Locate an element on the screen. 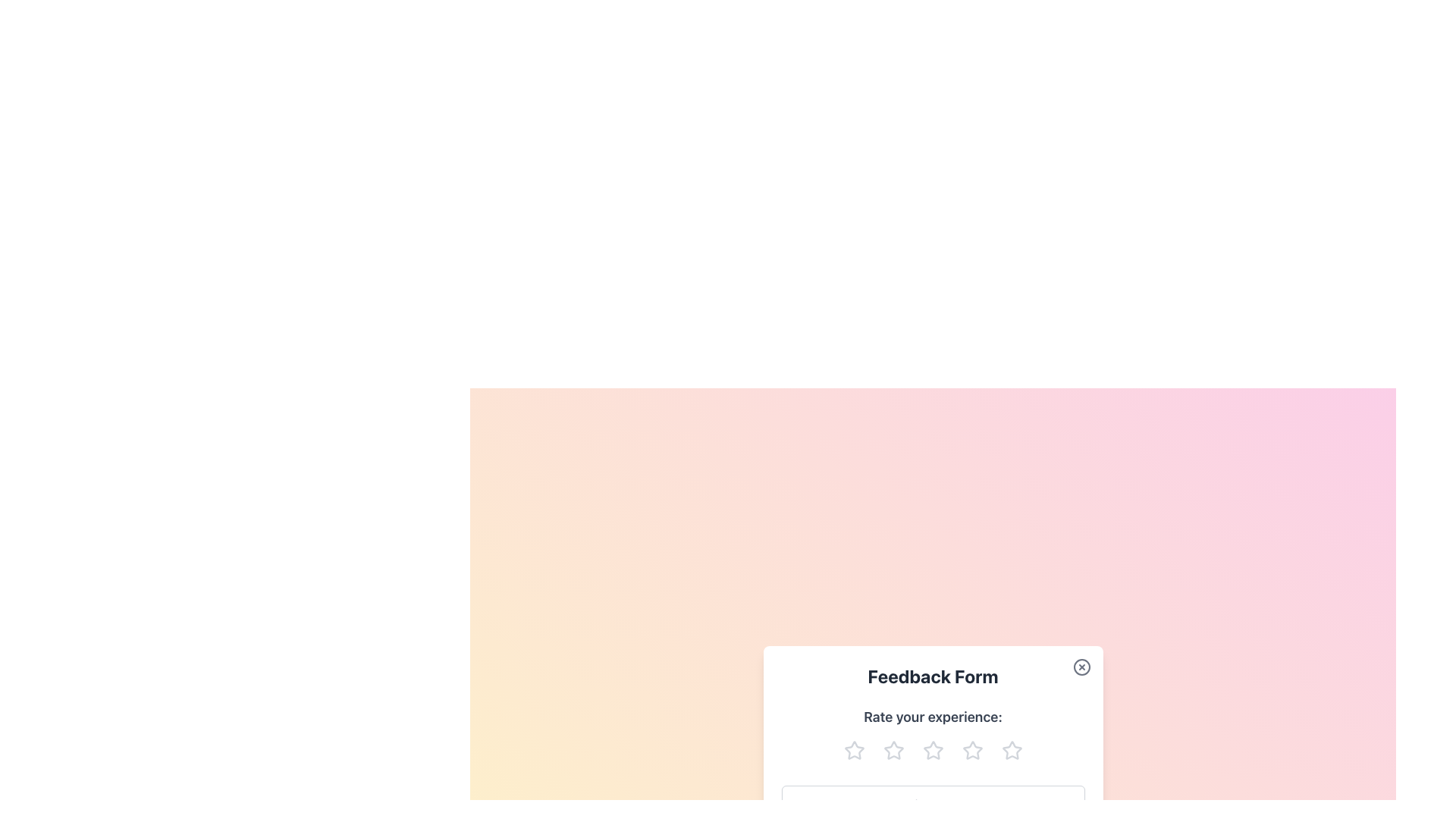 The image size is (1456, 819). the star icon button, which is the fourth button in a row of five, used for rating under the label 'Rate your experience:' in the feedback form is located at coordinates (972, 751).